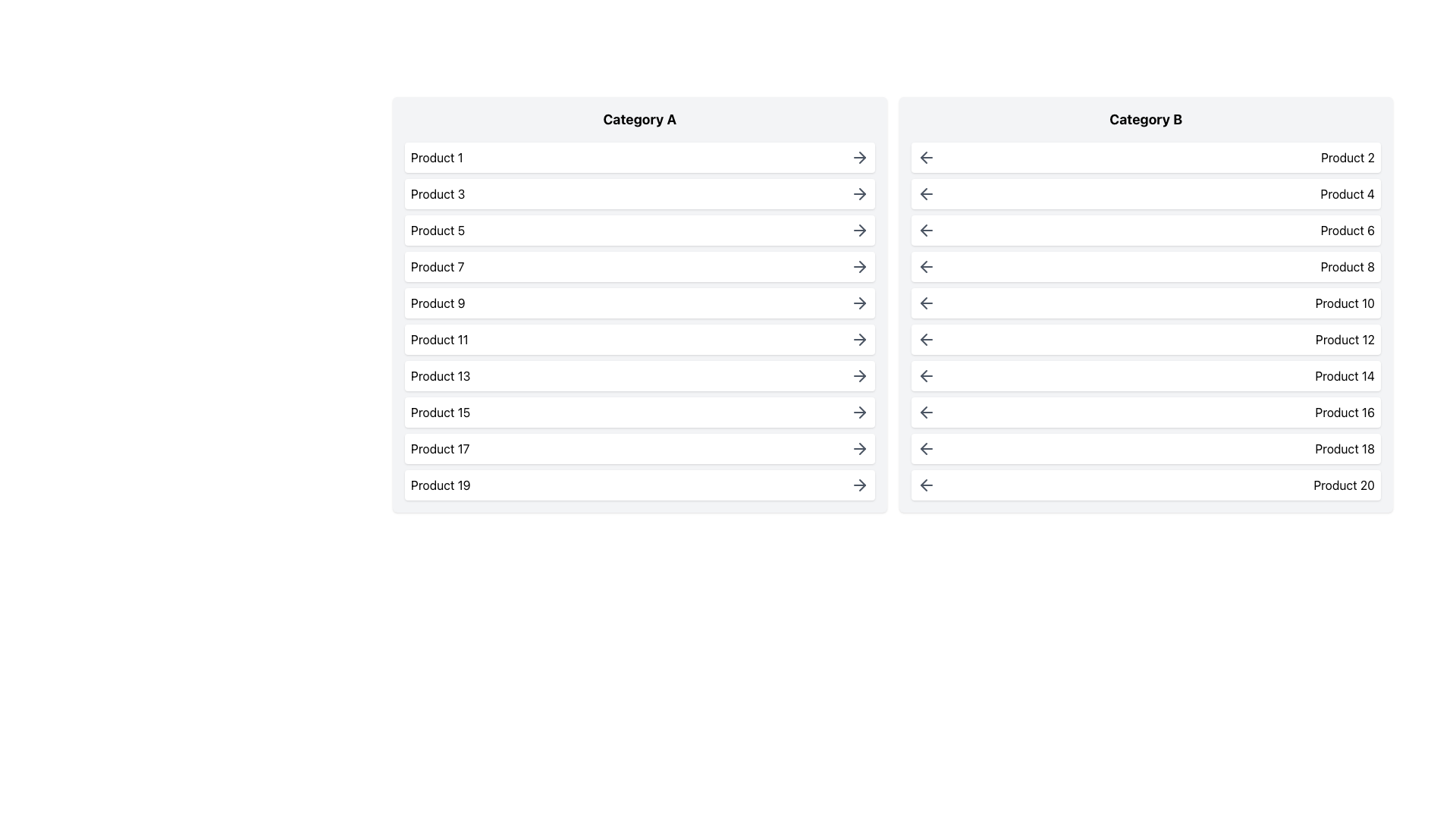 The height and width of the screenshot is (819, 1456). What do you see at coordinates (862, 375) in the screenshot?
I see `the right-pointing arrow-shaped IconButton located in the 'Category A' column, specifically aligned with the 'Product 13' row` at bounding box center [862, 375].